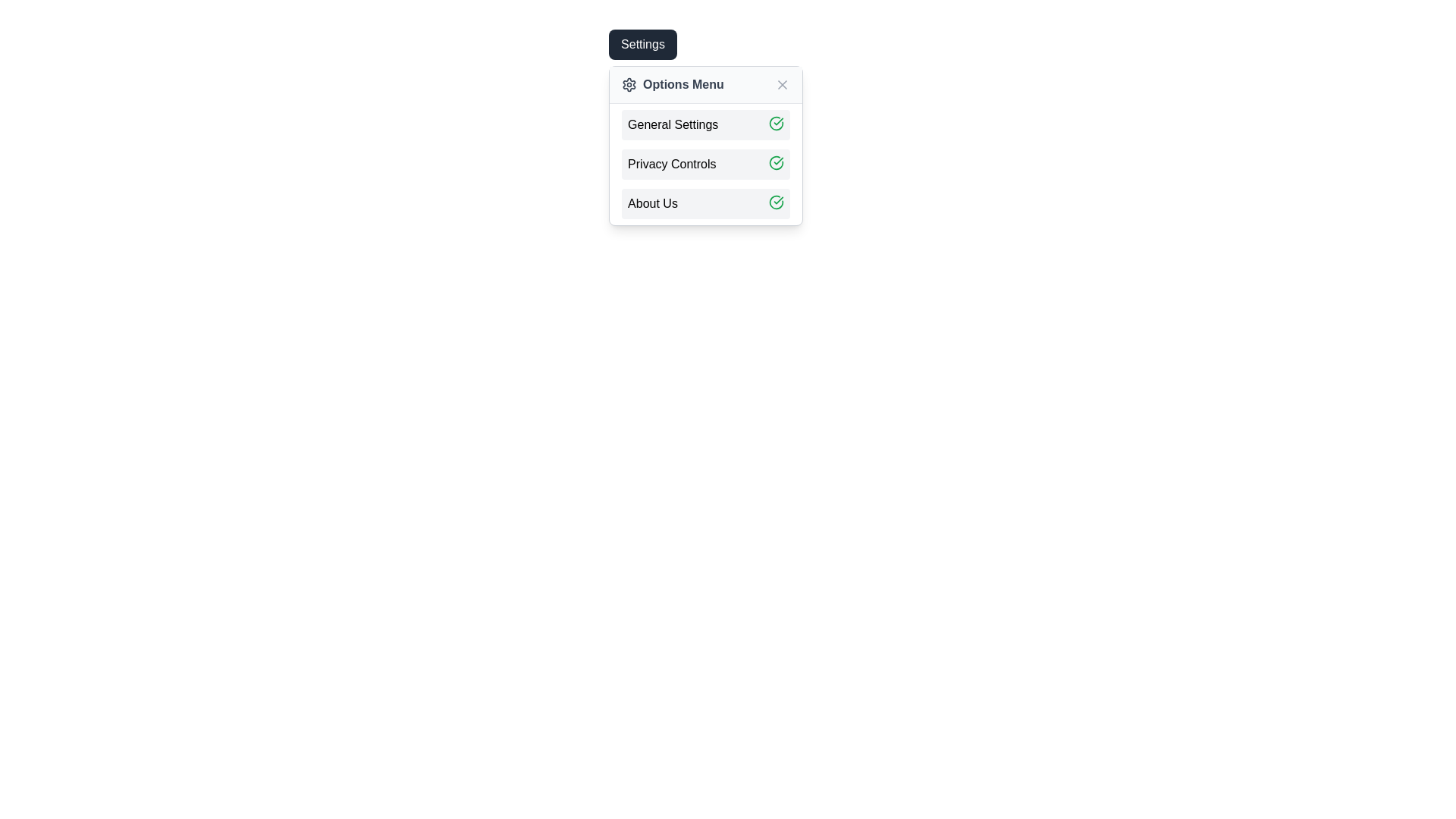 This screenshot has width=1456, height=819. Describe the element at coordinates (783, 84) in the screenshot. I see `the close button icon located in the top right corner of the 'Options Menu' dropdown` at that location.